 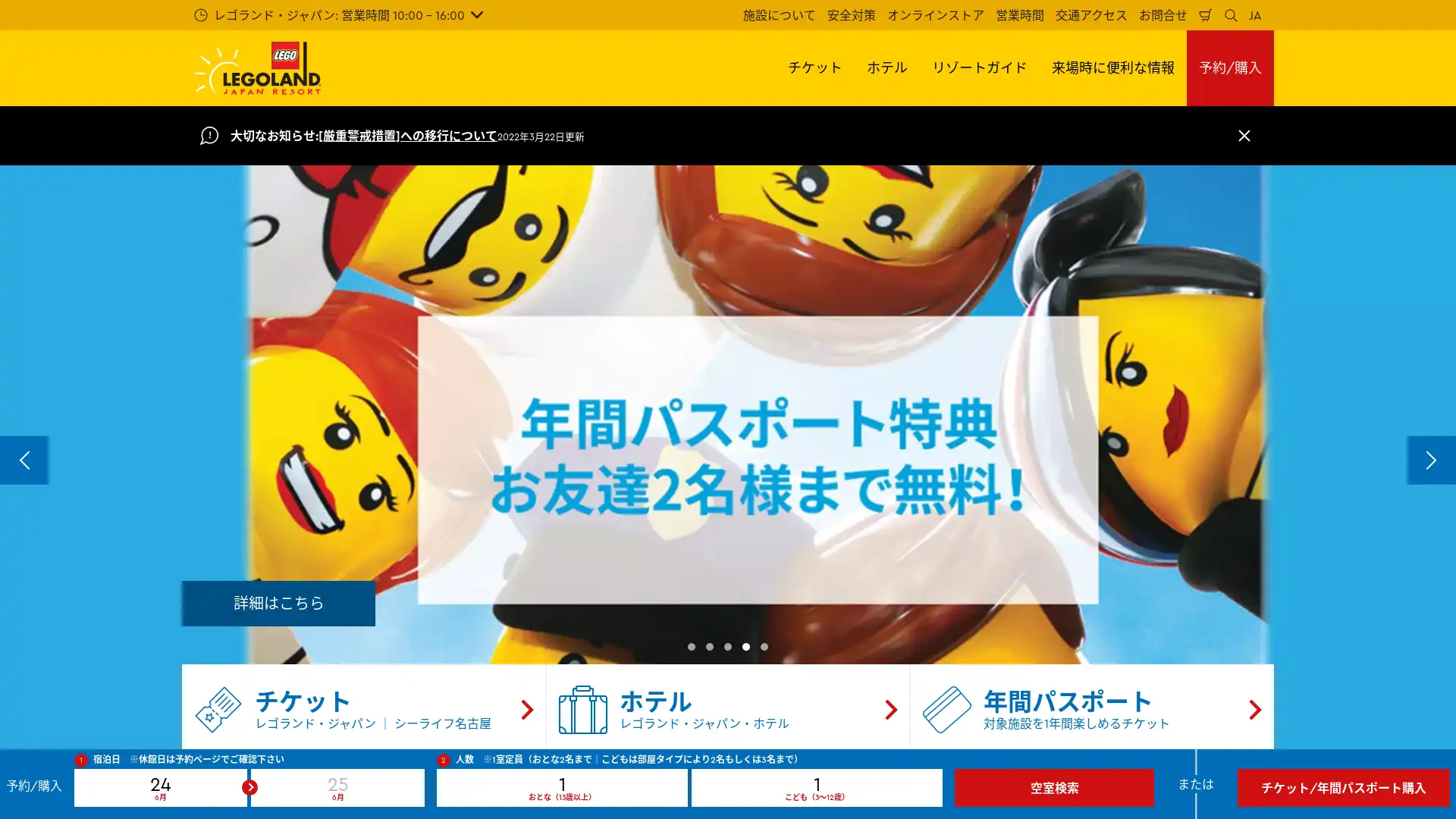 What do you see at coordinates (764, 646) in the screenshot?
I see `Go to slide 5` at bounding box center [764, 646].